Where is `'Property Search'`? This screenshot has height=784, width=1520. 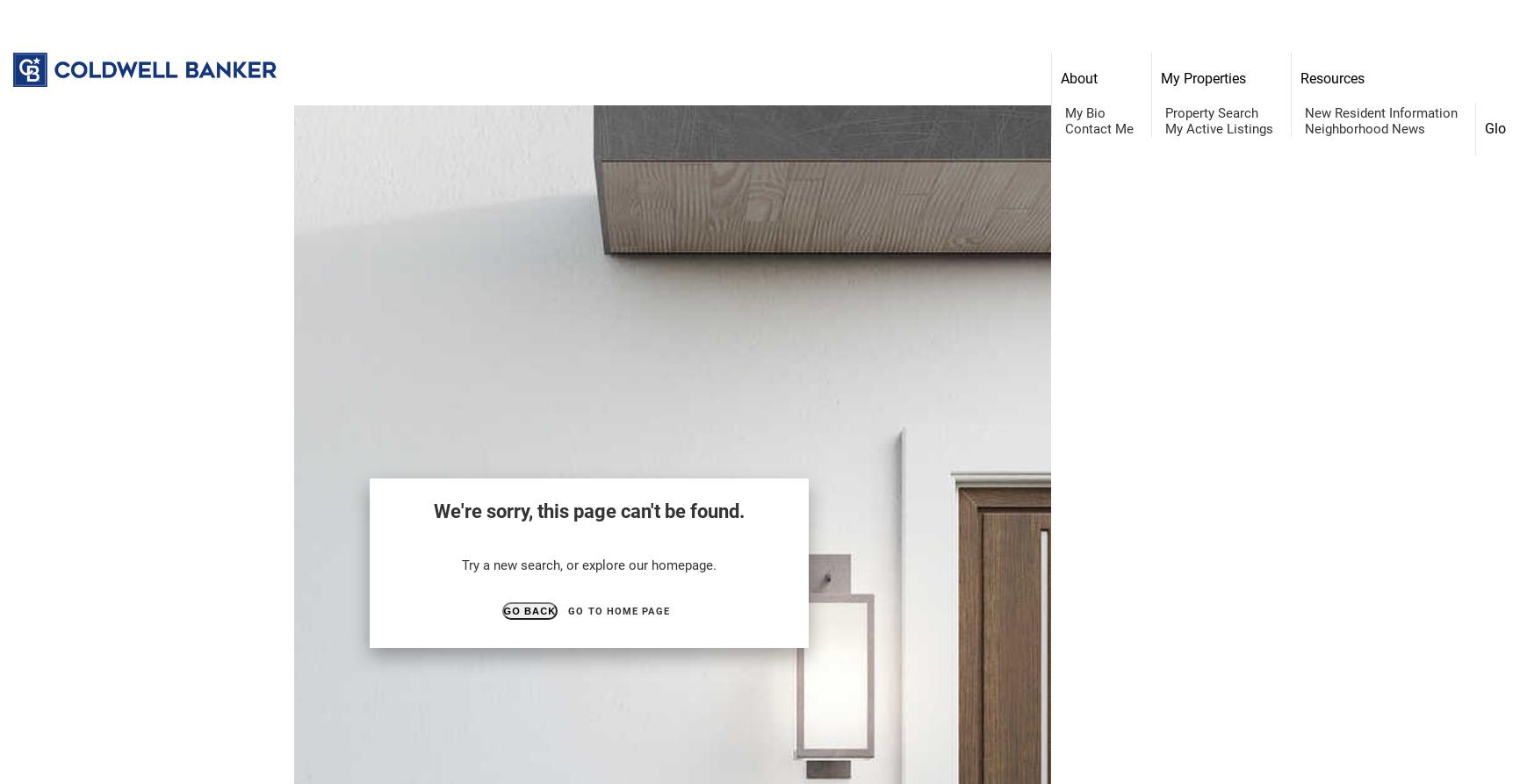
'Property Search' is located at coordinates (1209, 113).